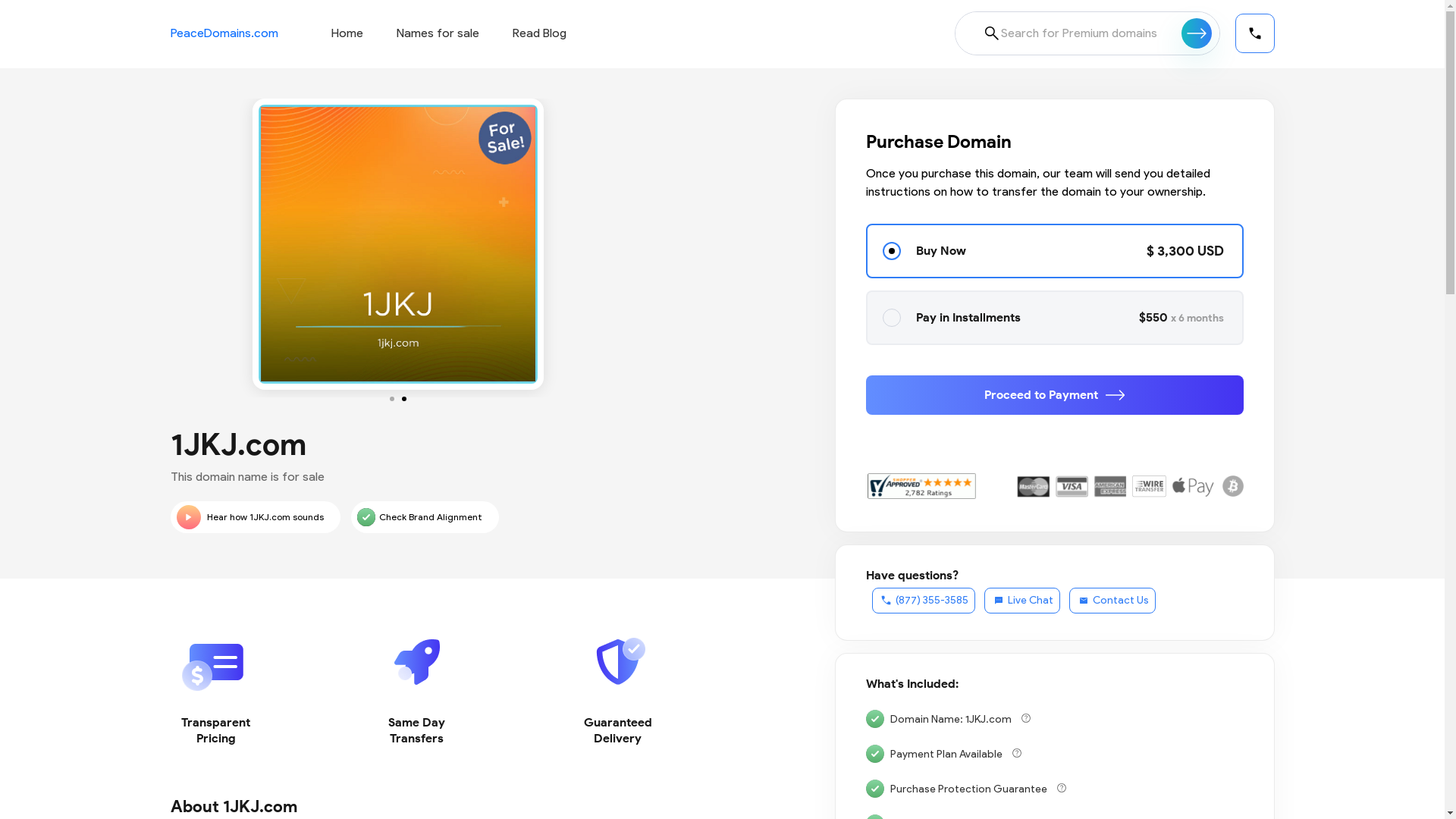 This screenshot has width=1456, height=819. Describe the element at coordinates (424, 516) in the screenshot. I see `'Check Brand Alignment'` at that location.